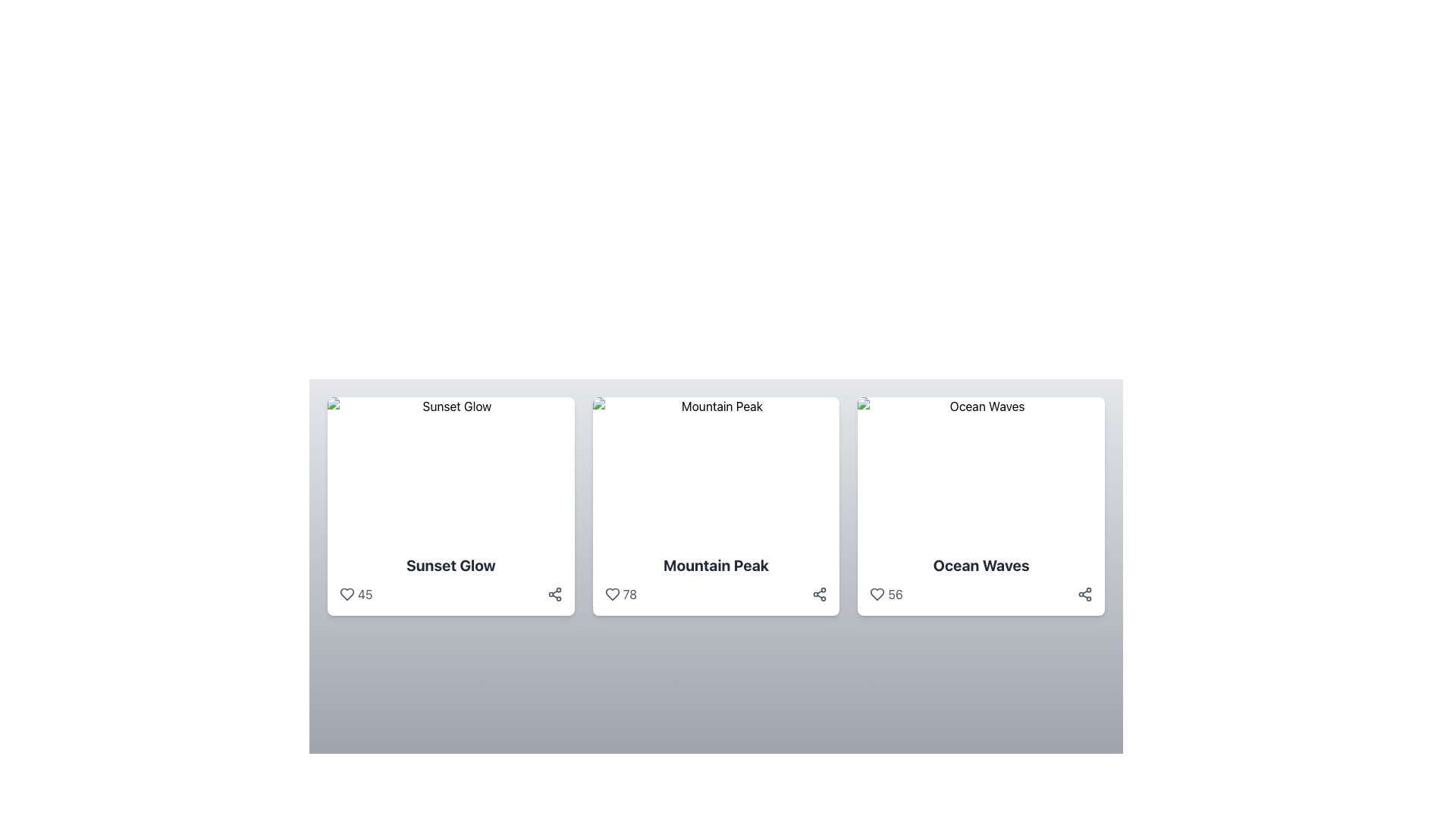 This screenshot has height=819, width=1456. Describe the element at coordinates (612, 593) in the screenshot. I see `the heart-shaped icon, which is styled with a thin stroke and rounded corners, positioned to the left of the number '78' in the like count display` at that location.